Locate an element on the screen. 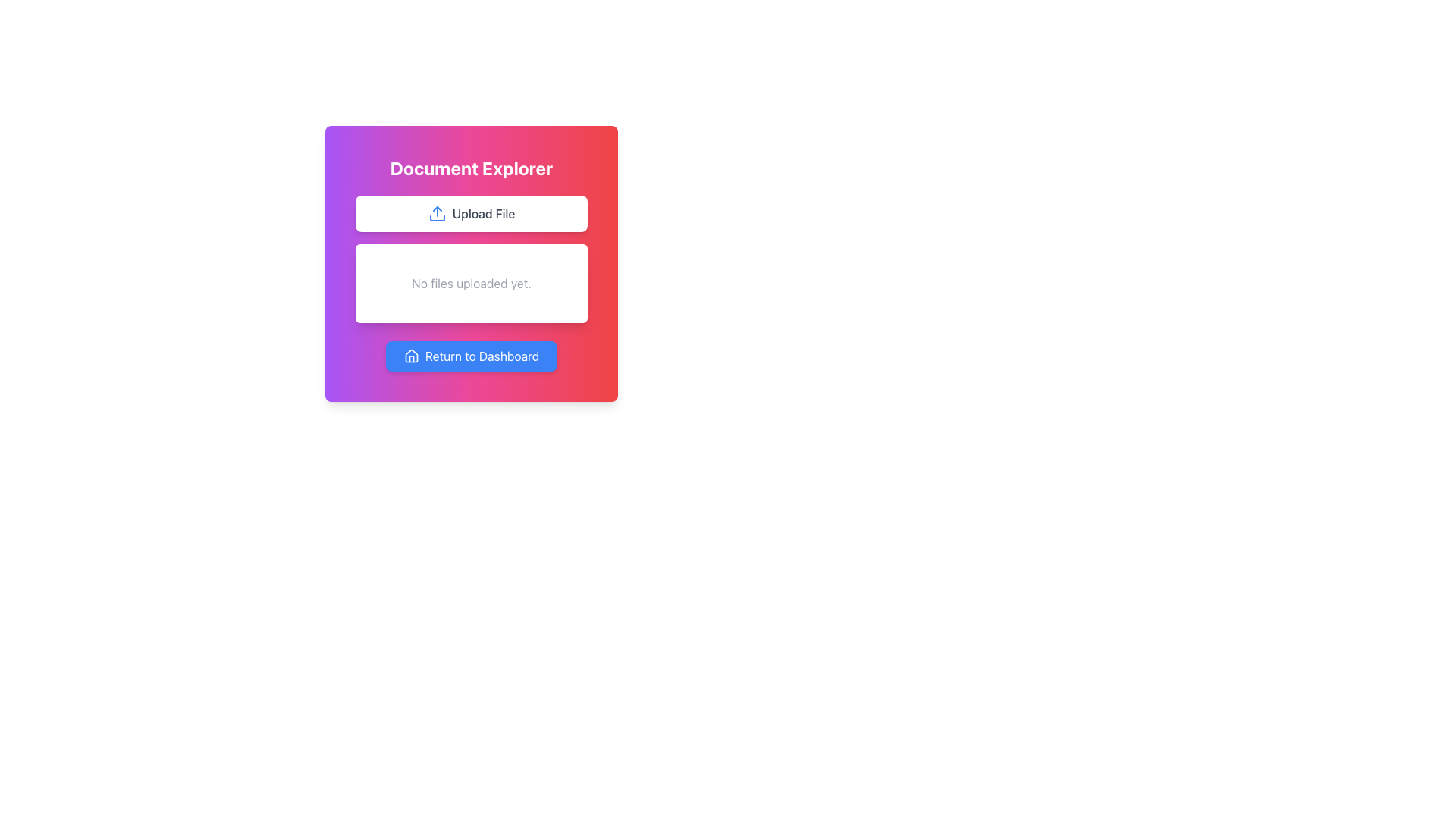 The height and width of the screenshot is (819, 1456). the informational message element that indicates no files have been uploaded yet, positioned centrally between the 'Upload File' section and the 'Return to Dashboard' button is located at coordinates (471, 284).